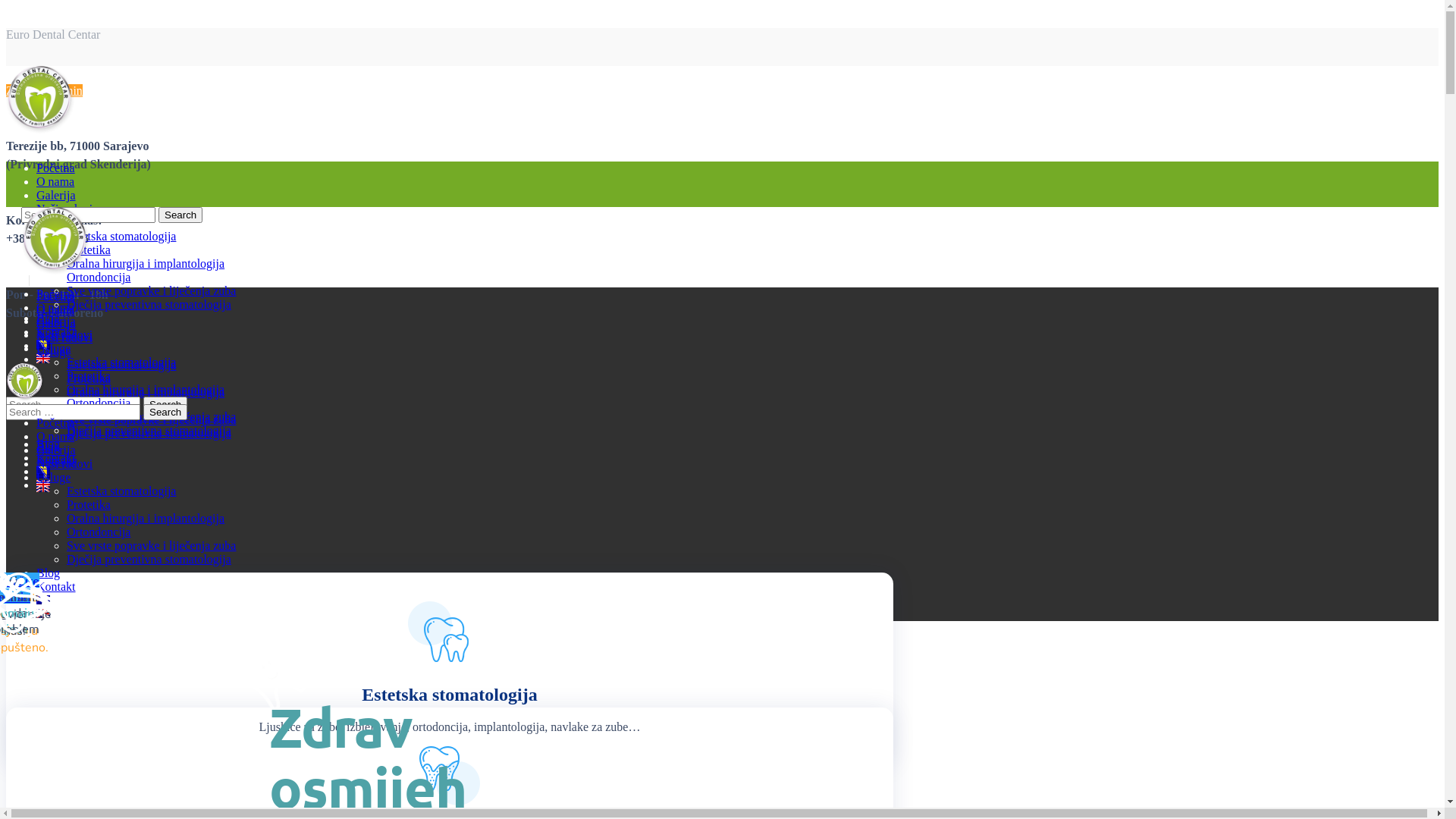 This screenshot has width=1456, height=819. I want to click on 'Oralna hirurgija i implantologija', so click(146, 388).